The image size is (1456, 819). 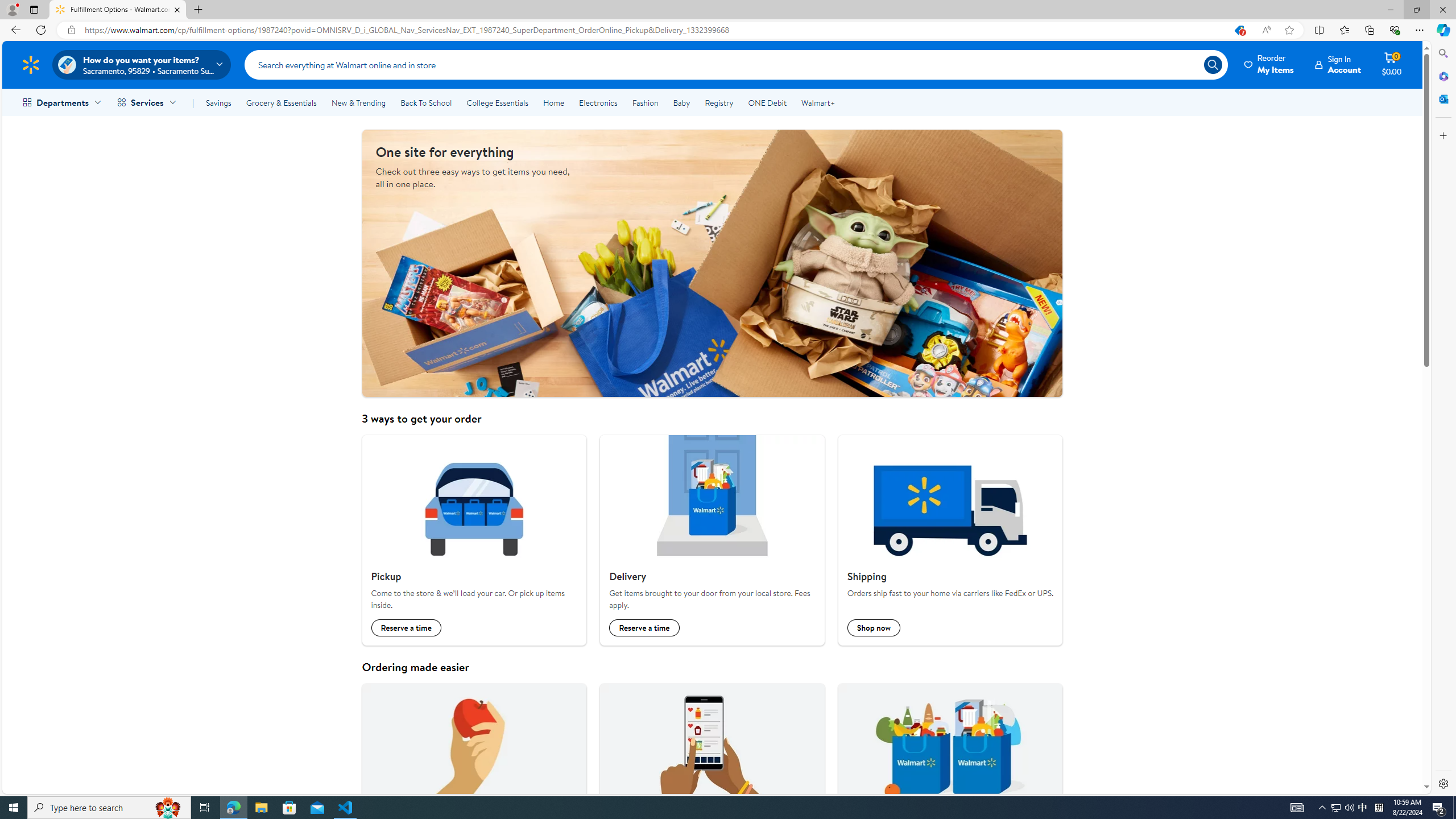 I want to click on 'Electronics', so click(x=598, y=102).